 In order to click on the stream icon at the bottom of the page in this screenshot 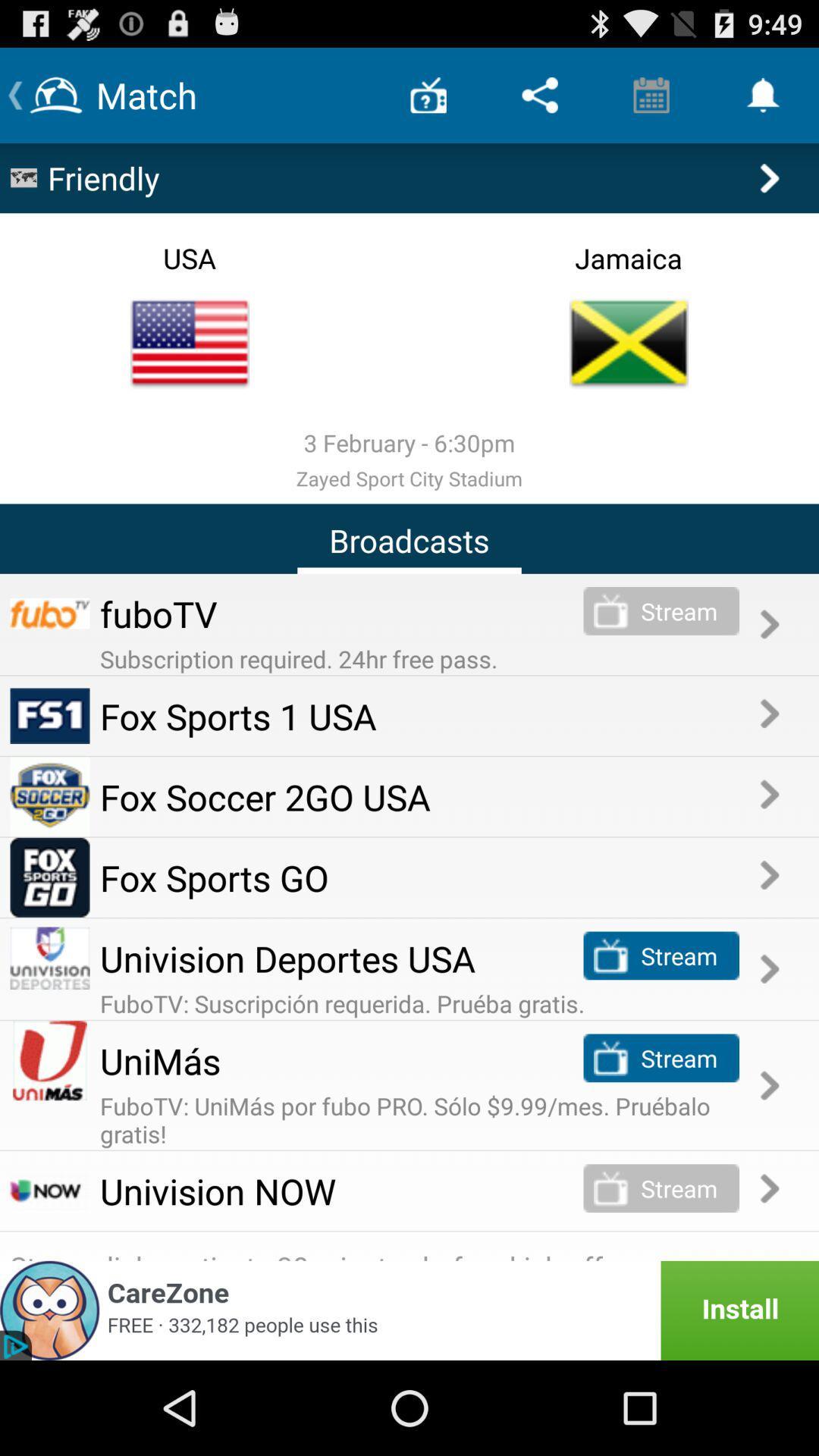, I will do `click(610, 1188)`.